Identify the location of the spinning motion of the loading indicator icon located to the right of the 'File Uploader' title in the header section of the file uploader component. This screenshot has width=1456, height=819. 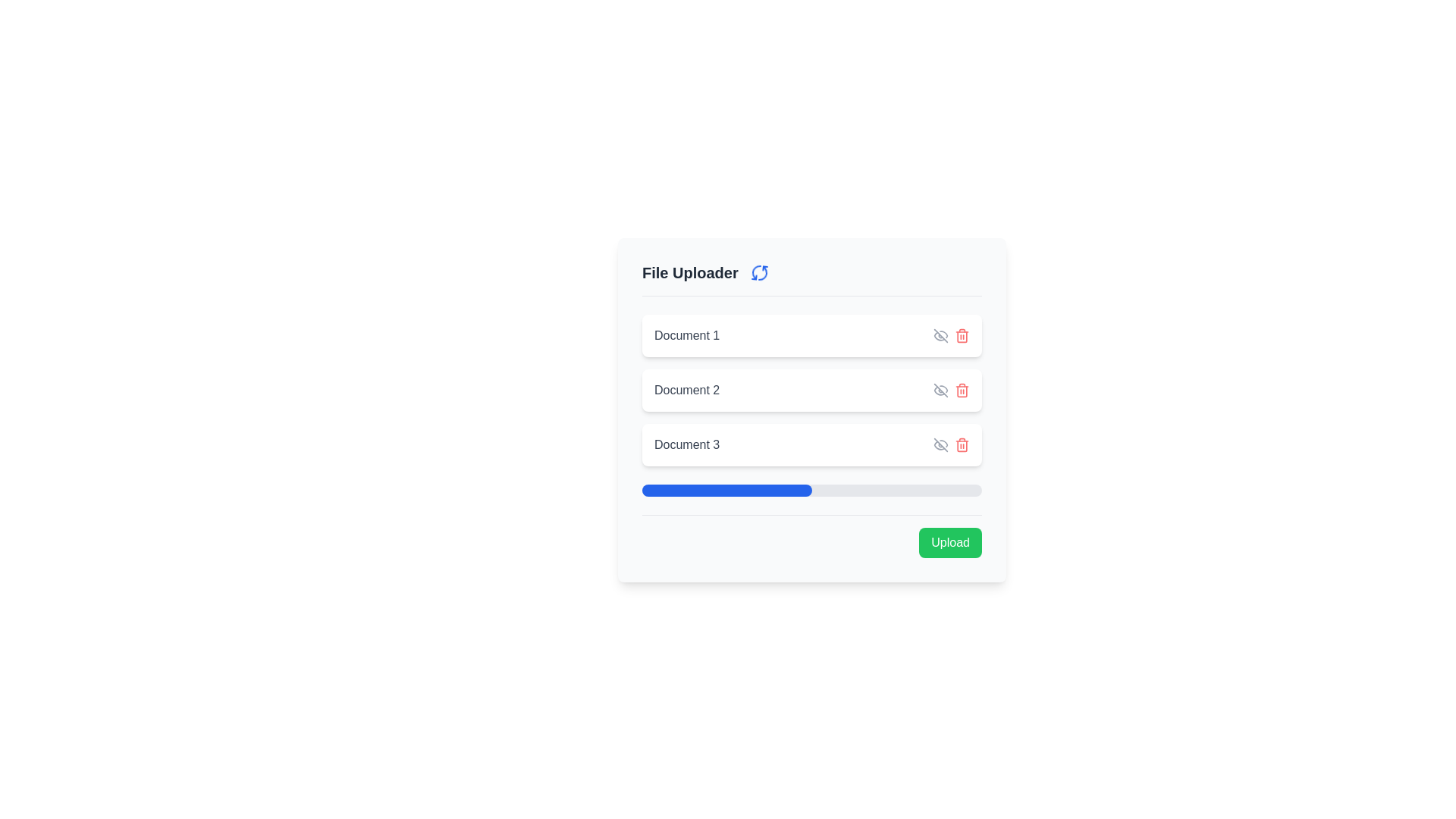
(759, 271).